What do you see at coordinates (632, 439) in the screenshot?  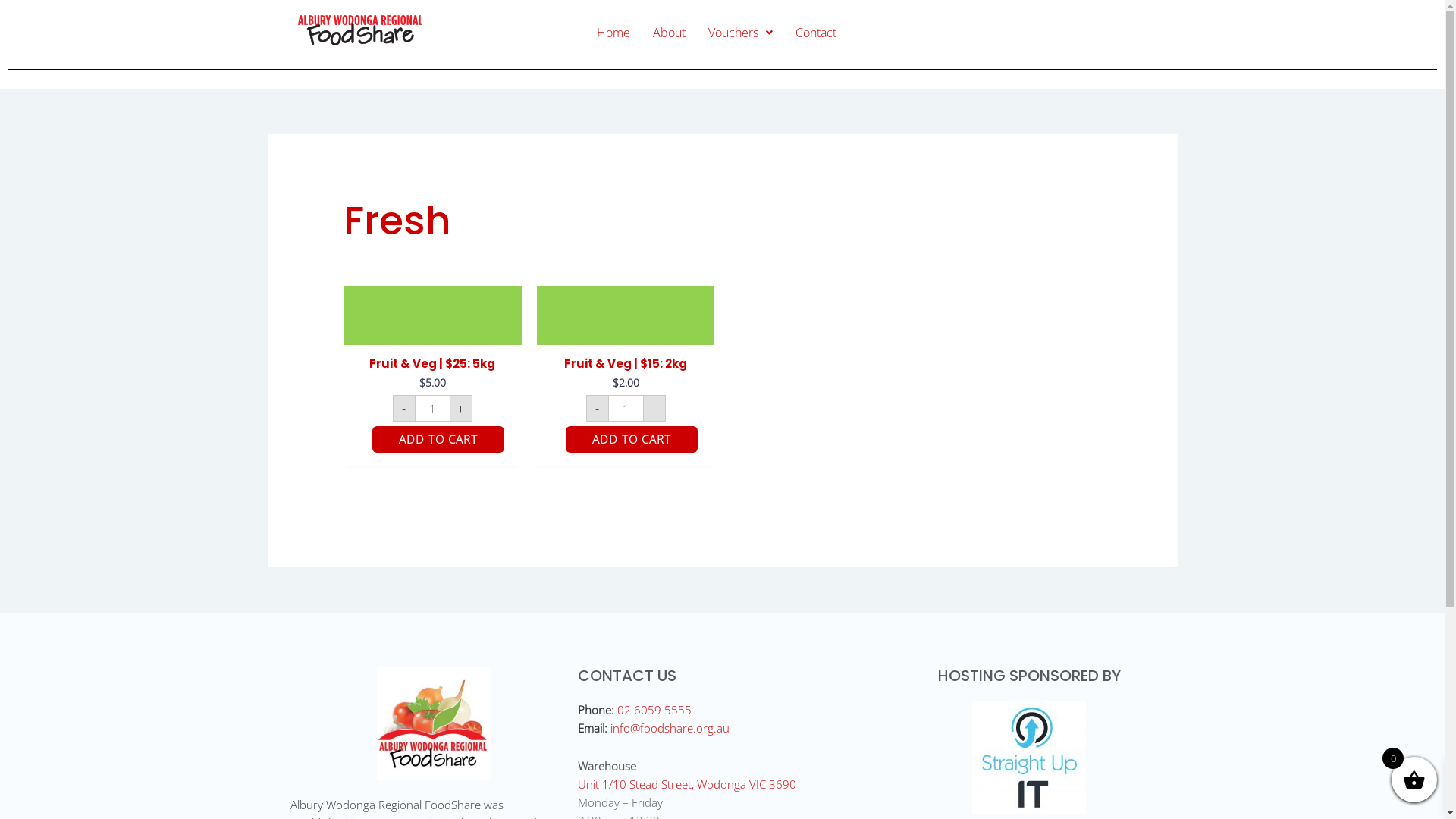 I see `'ADD TO CART'` at bounding box center [632, 439].